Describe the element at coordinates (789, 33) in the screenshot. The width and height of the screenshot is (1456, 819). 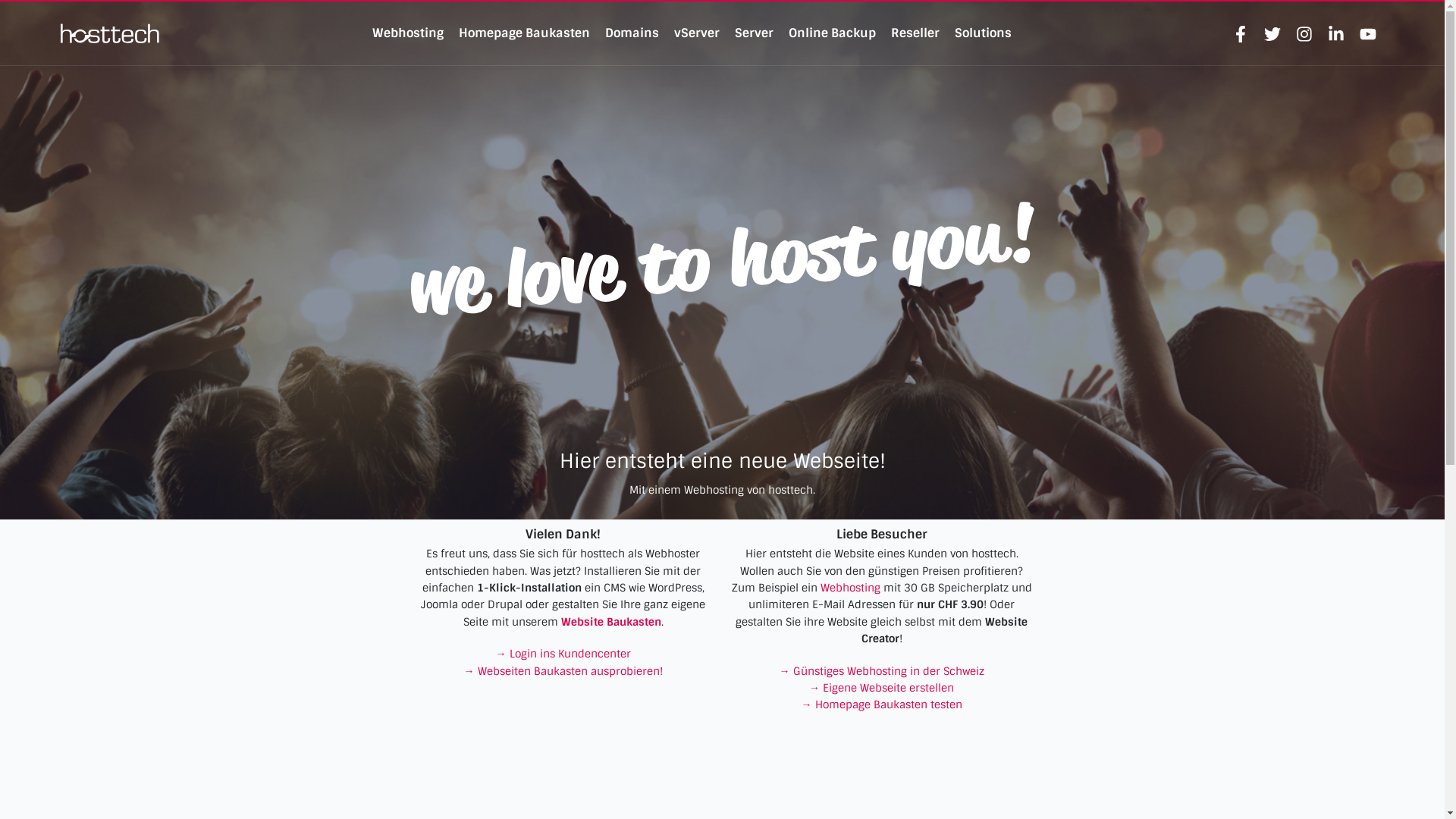
I see `'Online Backup'` at that location.